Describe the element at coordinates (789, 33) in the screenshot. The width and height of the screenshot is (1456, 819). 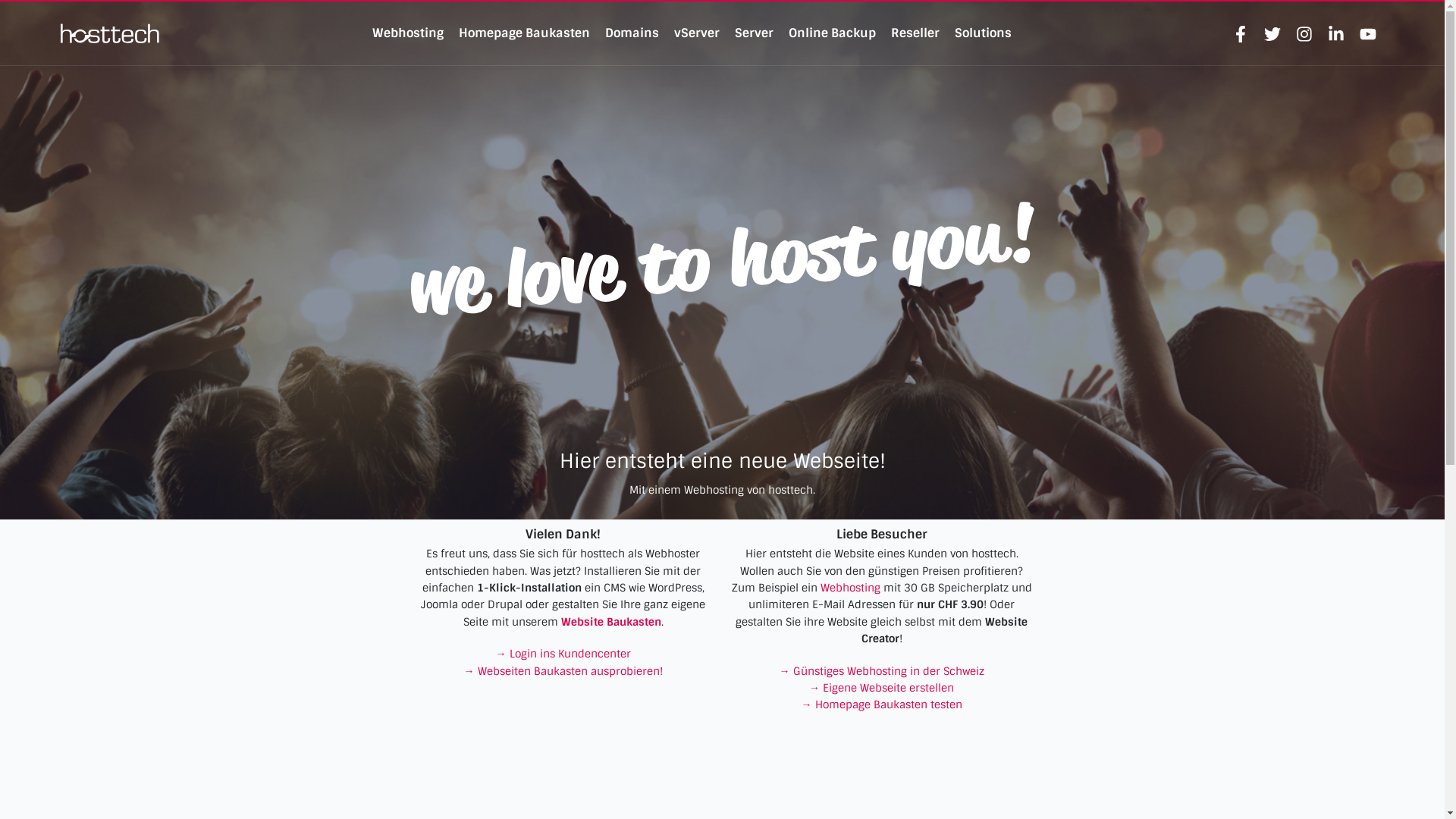
I see `'Online Backup'` at that location.